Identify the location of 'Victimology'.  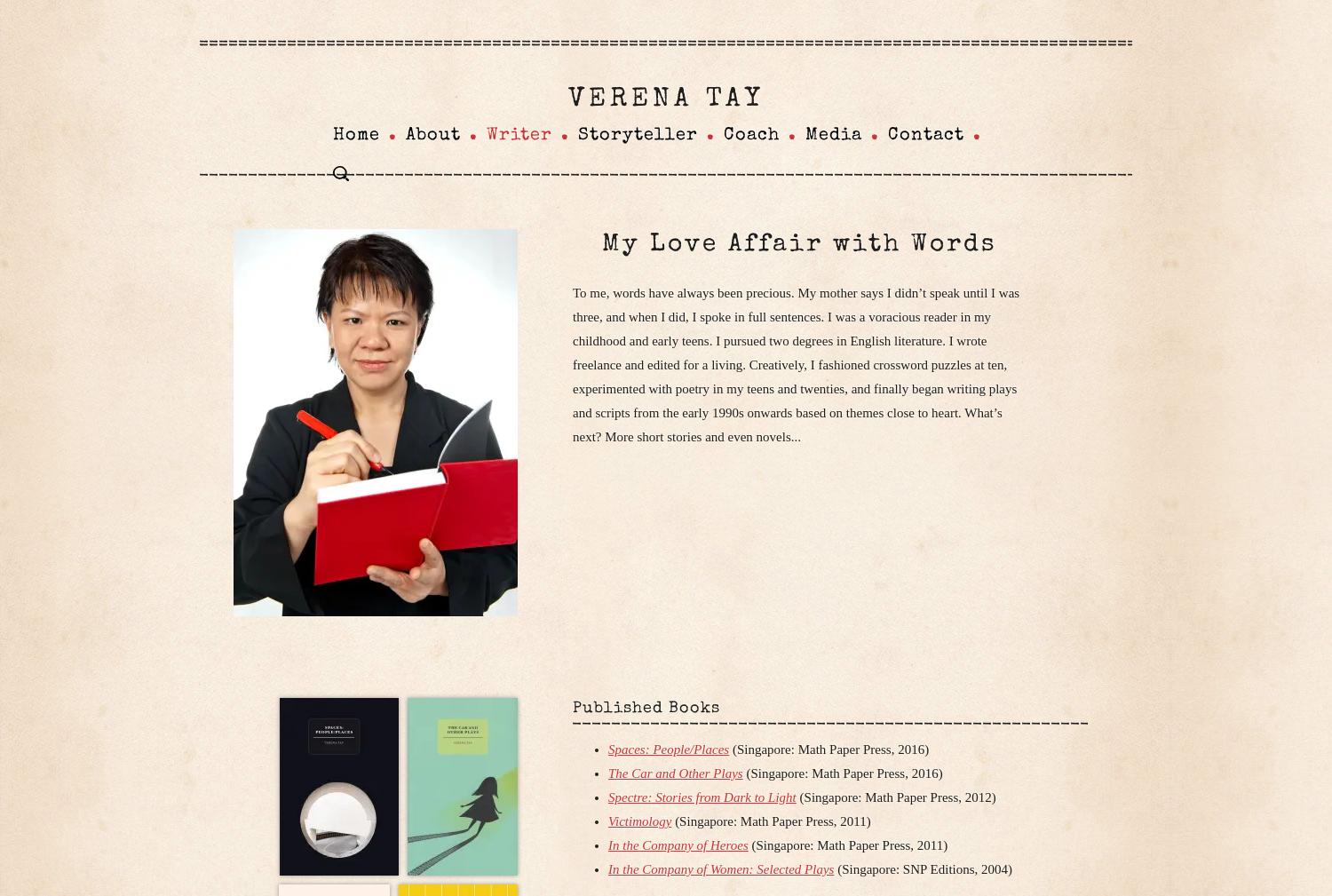
(638, 821).